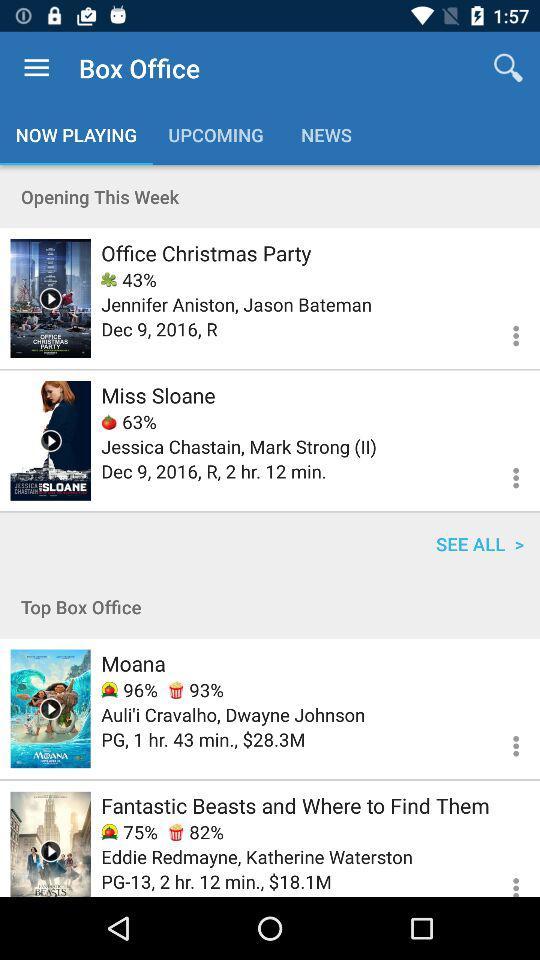 This screenshot has height=960, width=540. What do you see at coordinates (503, 877) in the screenshot?
I see `show more options` at bounding box center [503, 877].